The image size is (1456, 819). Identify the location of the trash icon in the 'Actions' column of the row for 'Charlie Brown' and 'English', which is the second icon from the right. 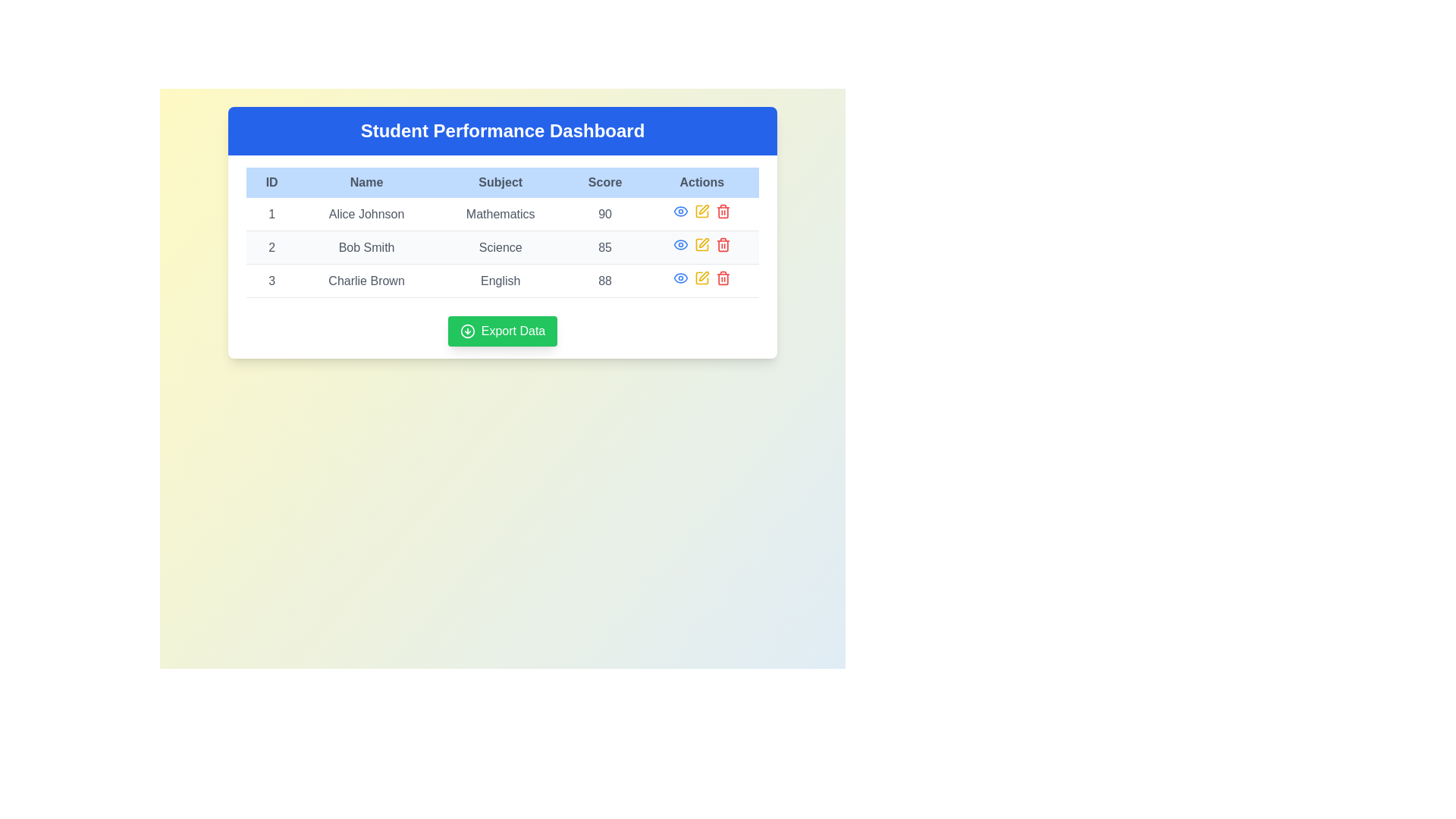
(722, 279).